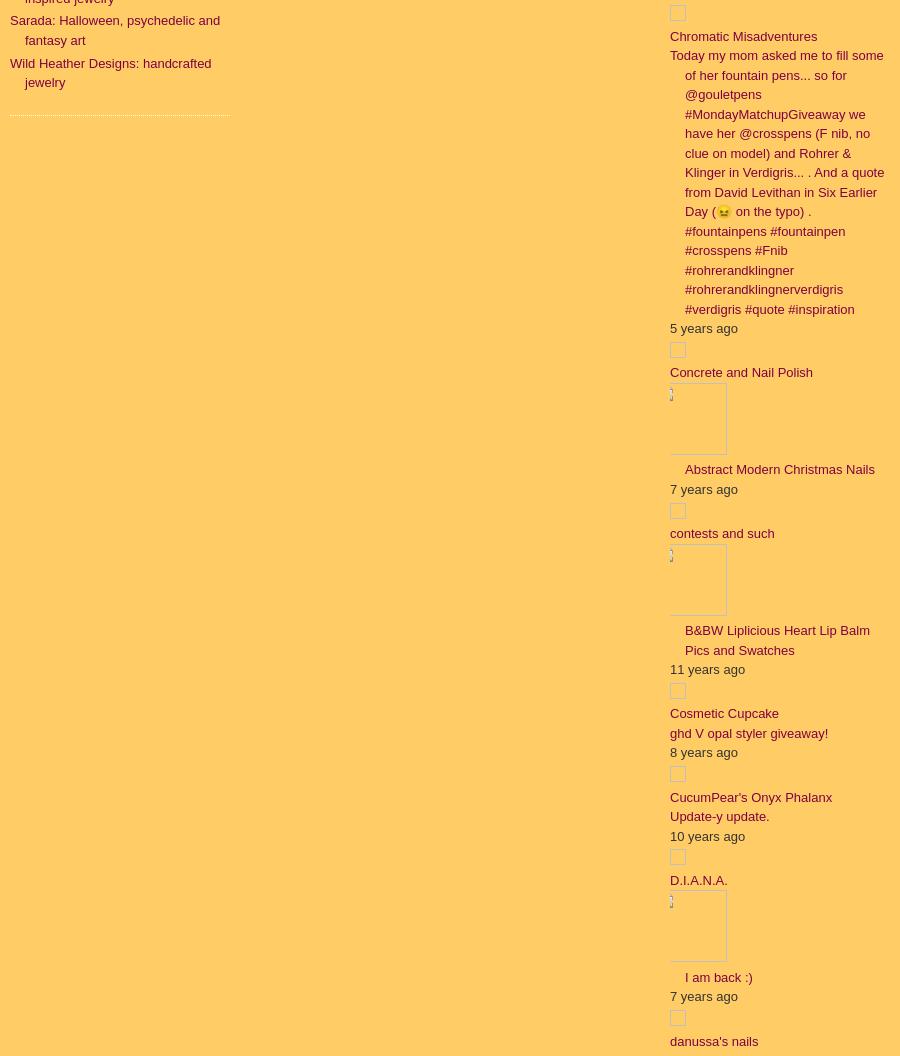 This screenshot has height=1056, width=900. I want to click on '10 years ago', so click(706, 835).